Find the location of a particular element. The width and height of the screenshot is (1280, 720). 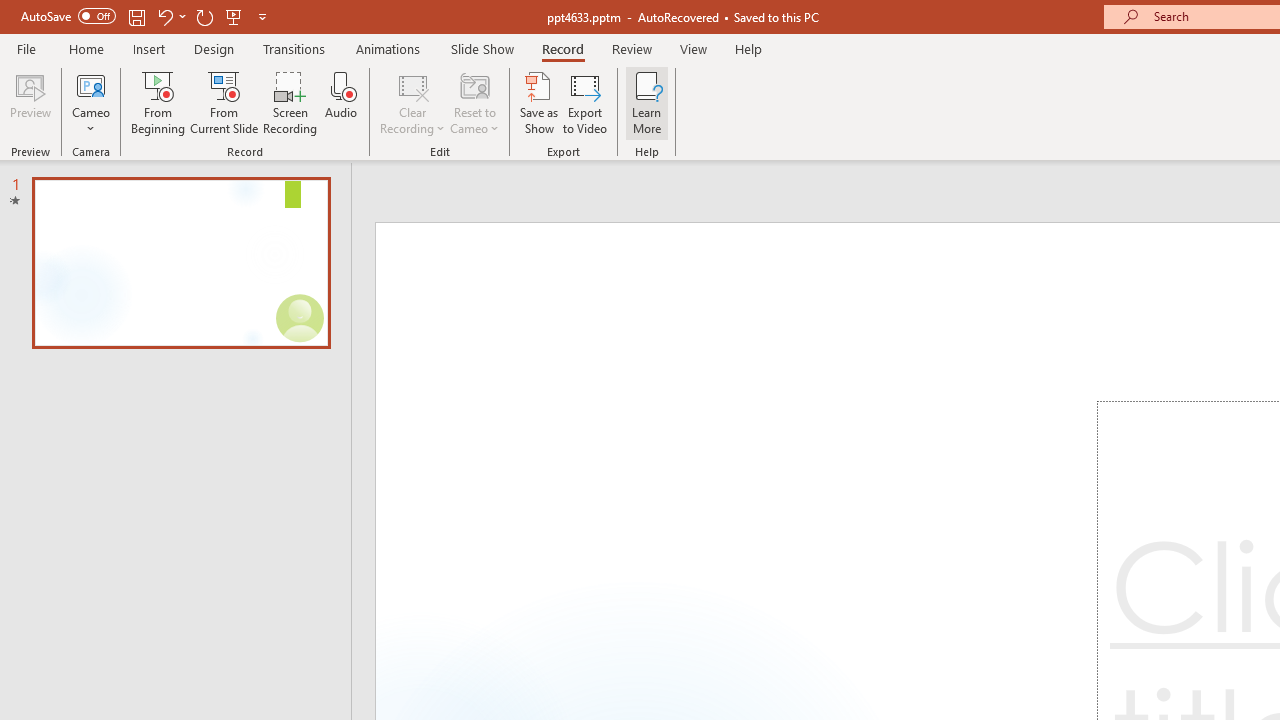

'Transitions' is located at coordinates (294, 48).